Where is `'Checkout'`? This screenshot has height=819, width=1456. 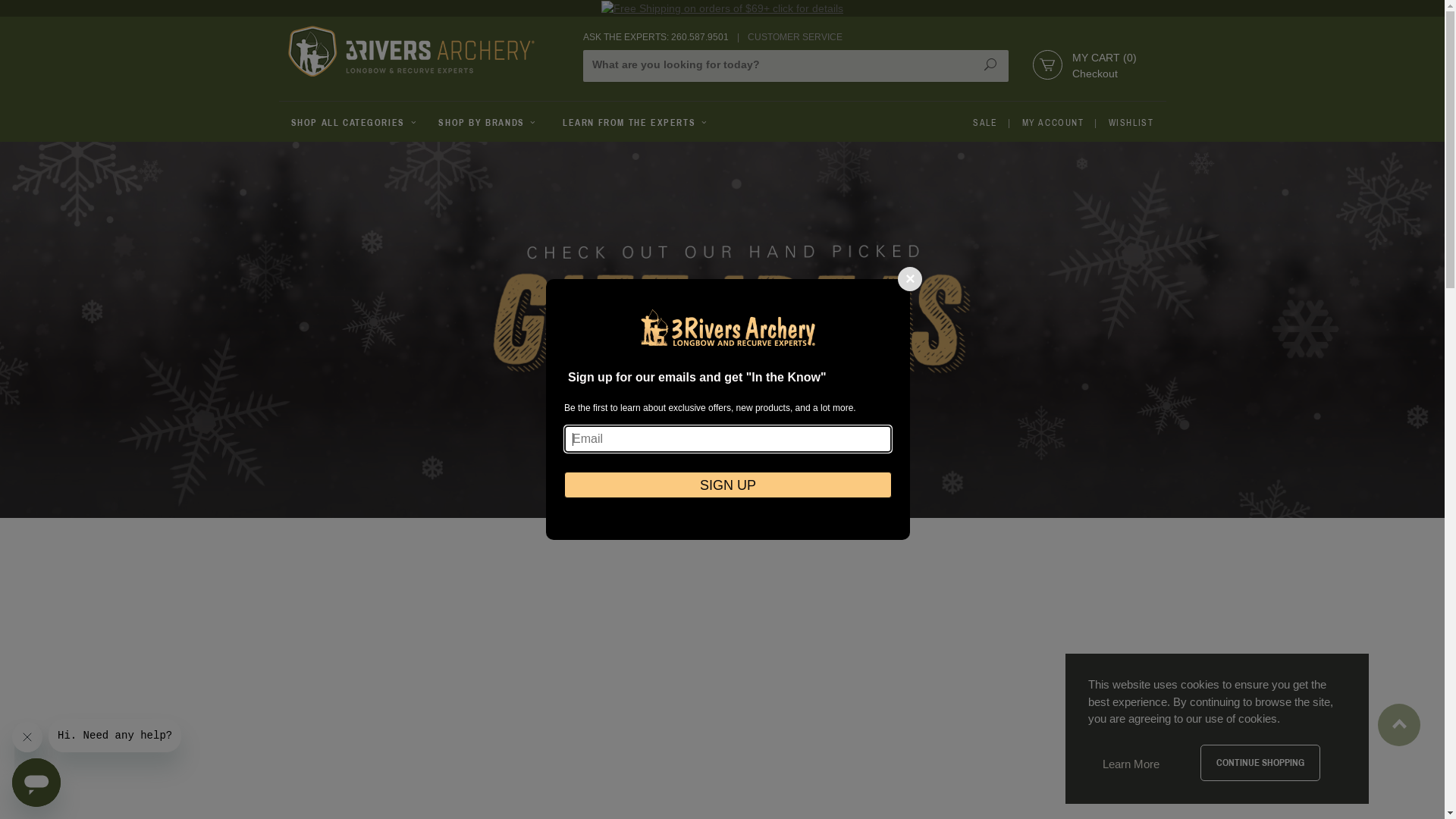 'Checkout' is located at coordinates (1095, 73).